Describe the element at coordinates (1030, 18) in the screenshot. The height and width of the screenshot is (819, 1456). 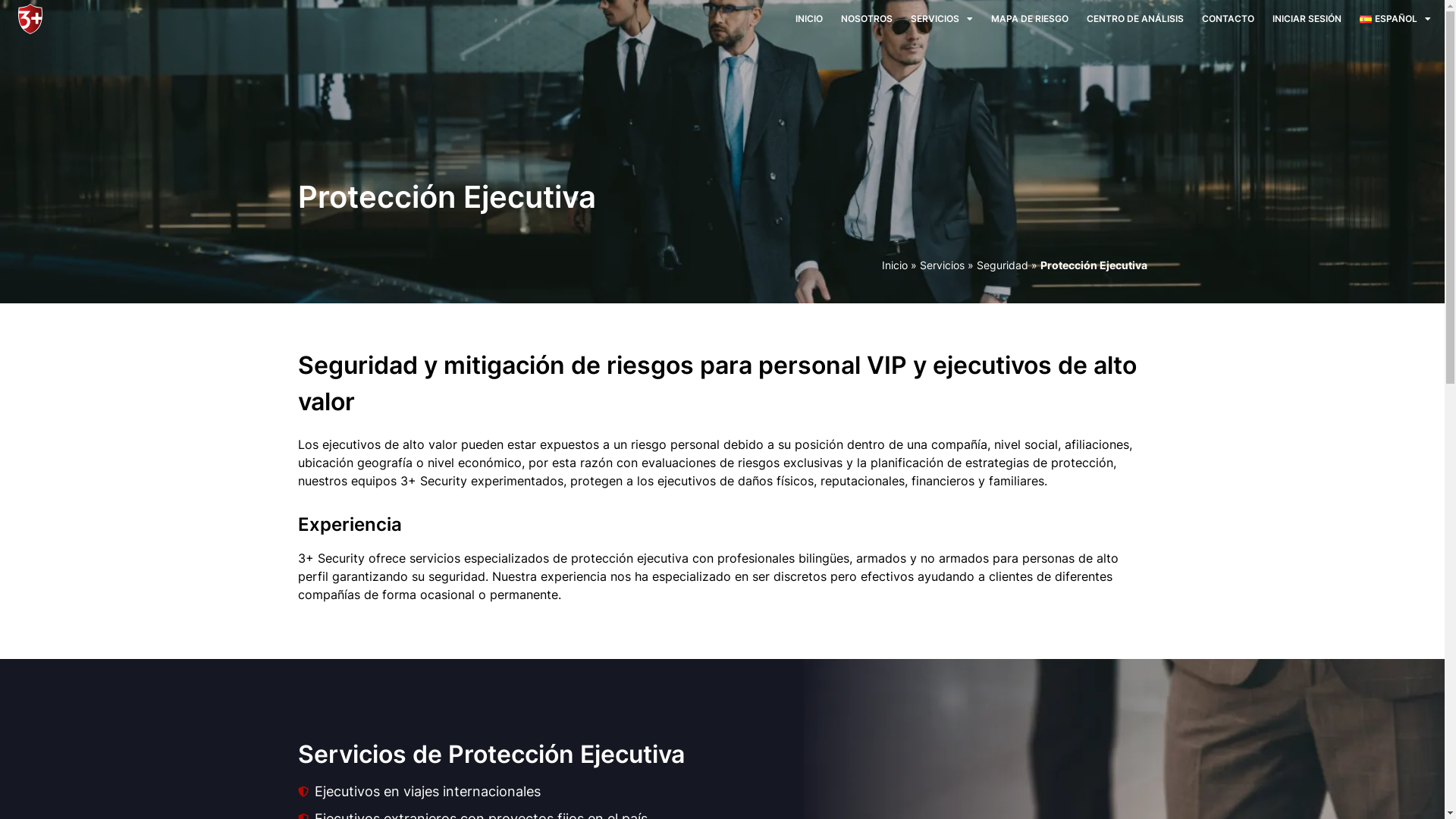
I see `'MAPA DE RIESGO'` at that location.